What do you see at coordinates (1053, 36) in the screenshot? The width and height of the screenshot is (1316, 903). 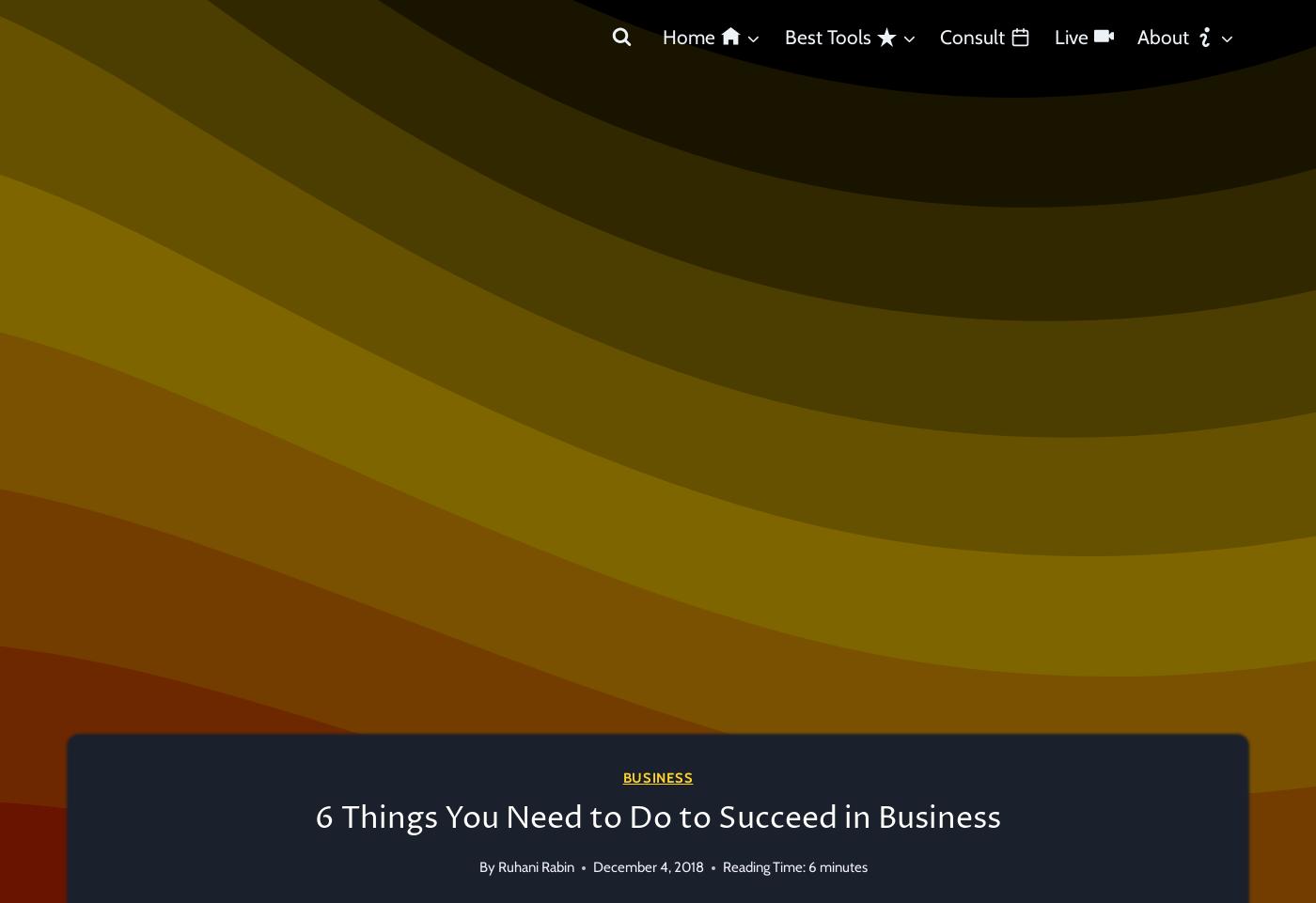 I see `'Live'` at bounding box center [1053, 36].